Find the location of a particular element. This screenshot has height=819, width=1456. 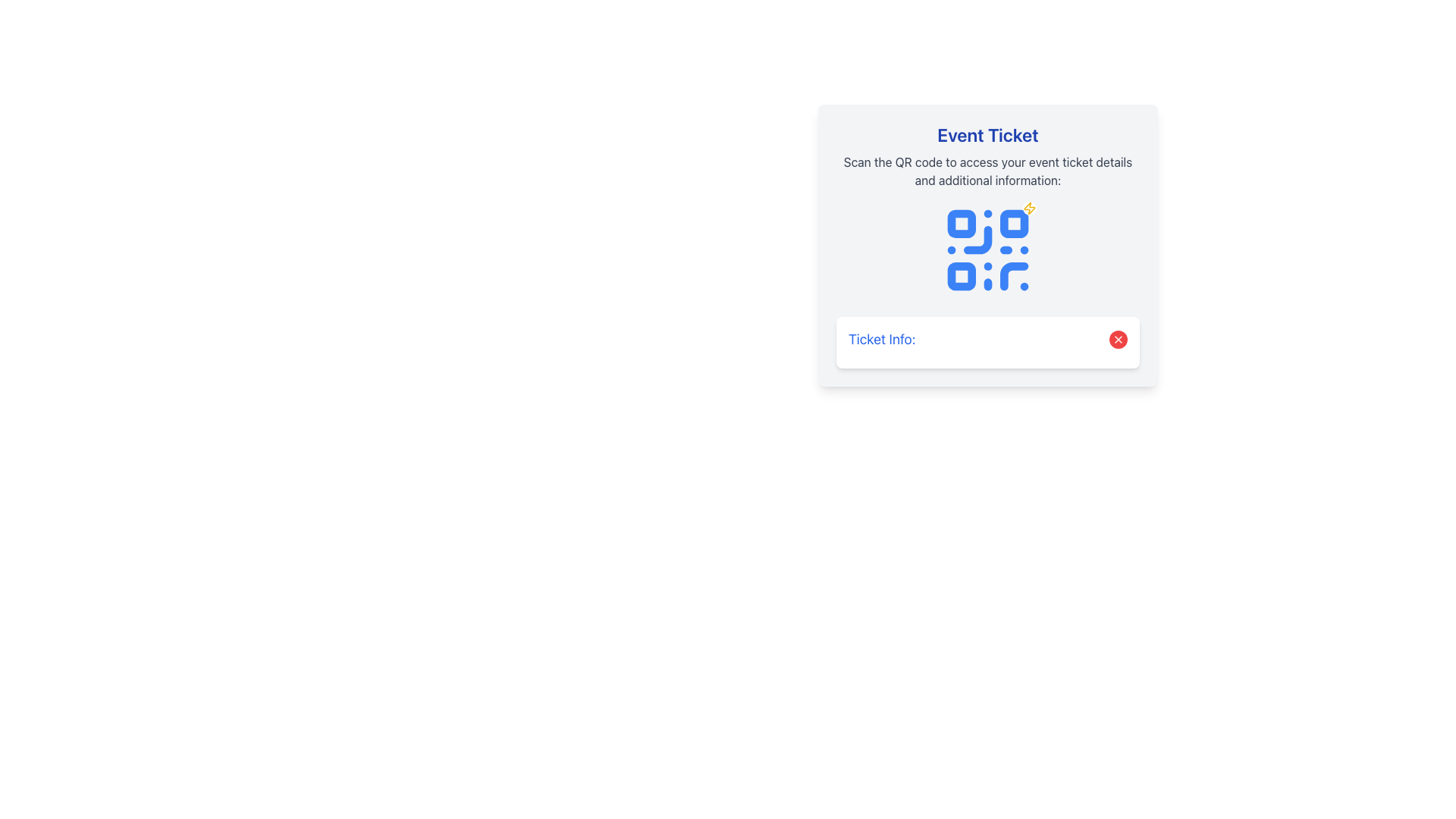

the second square in the second row of the QR code design, which is styled with a blue fill and white borders, located centrally beneath the title and description text is located at coordinates (1014, 224).